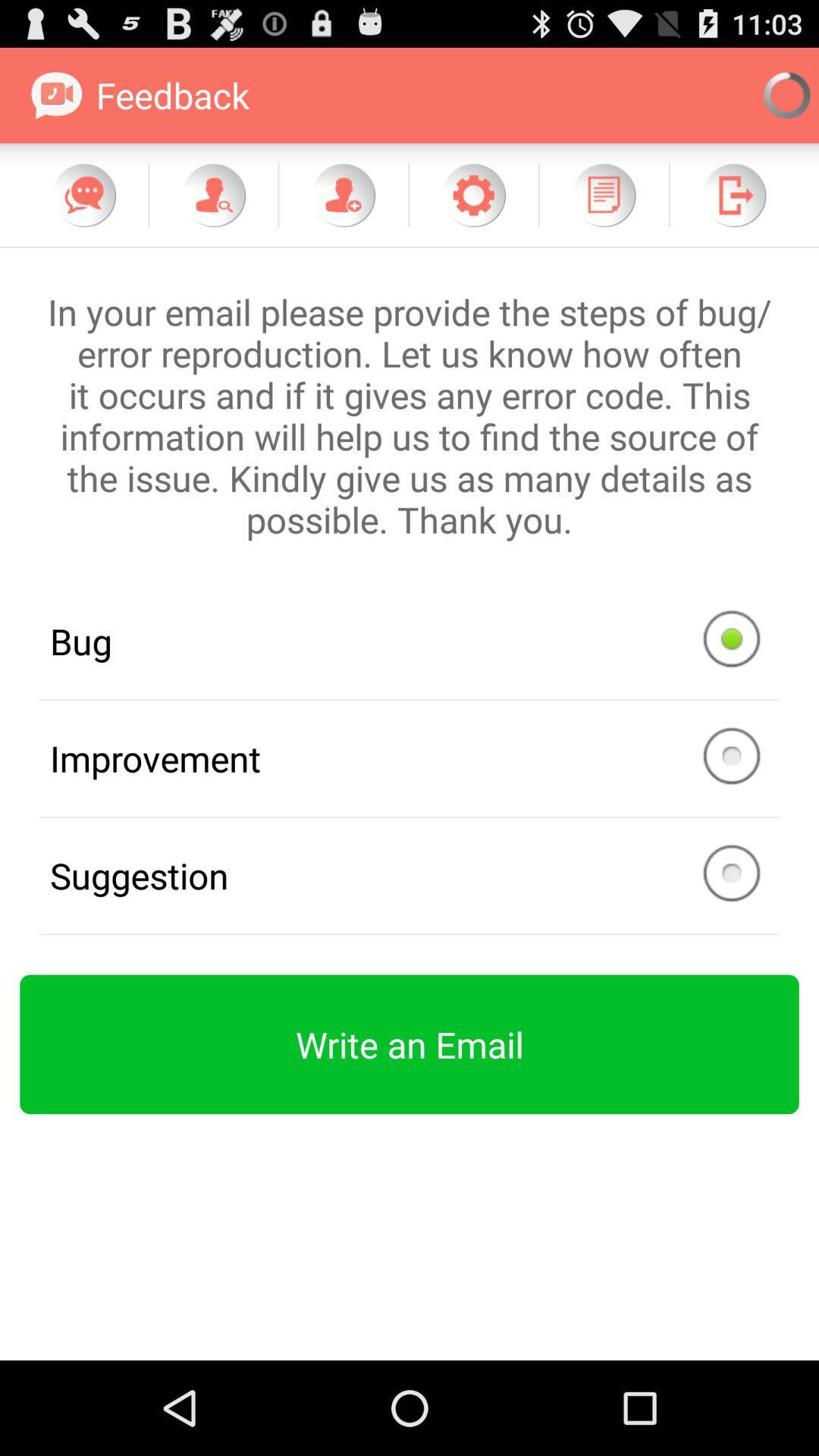 The height and width of the screenshot is (1456, 819). What do you see at coordinates (603, 208) in the screenshot?
I see `the copy icon` at bounding box center [603, 208].